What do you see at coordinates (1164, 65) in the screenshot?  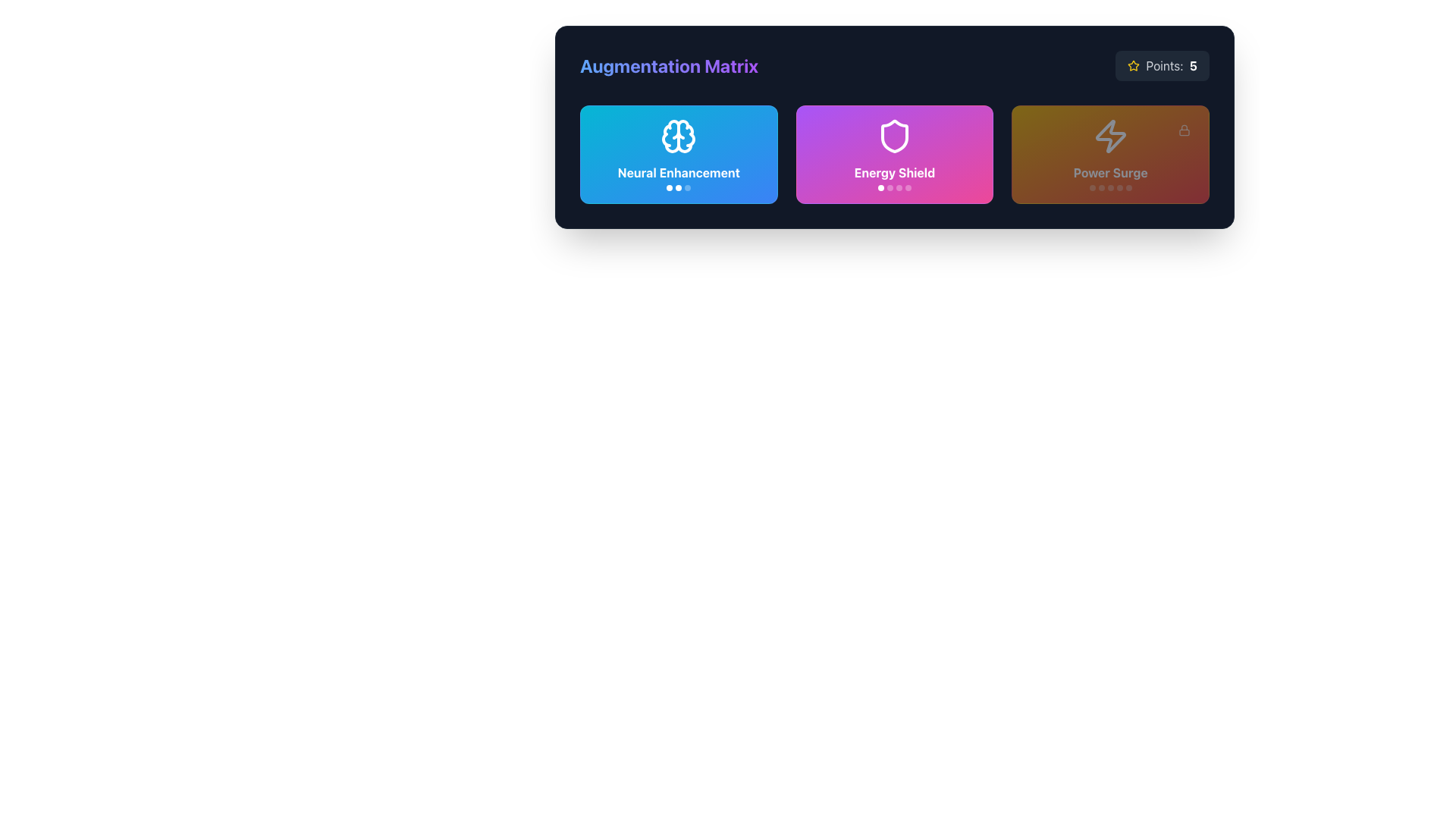 I see `the static text label displaying 'Points:' with gray text color, located on a dark background, styled with the class 'text-gray-300'` at bounding box center [1164, 65].